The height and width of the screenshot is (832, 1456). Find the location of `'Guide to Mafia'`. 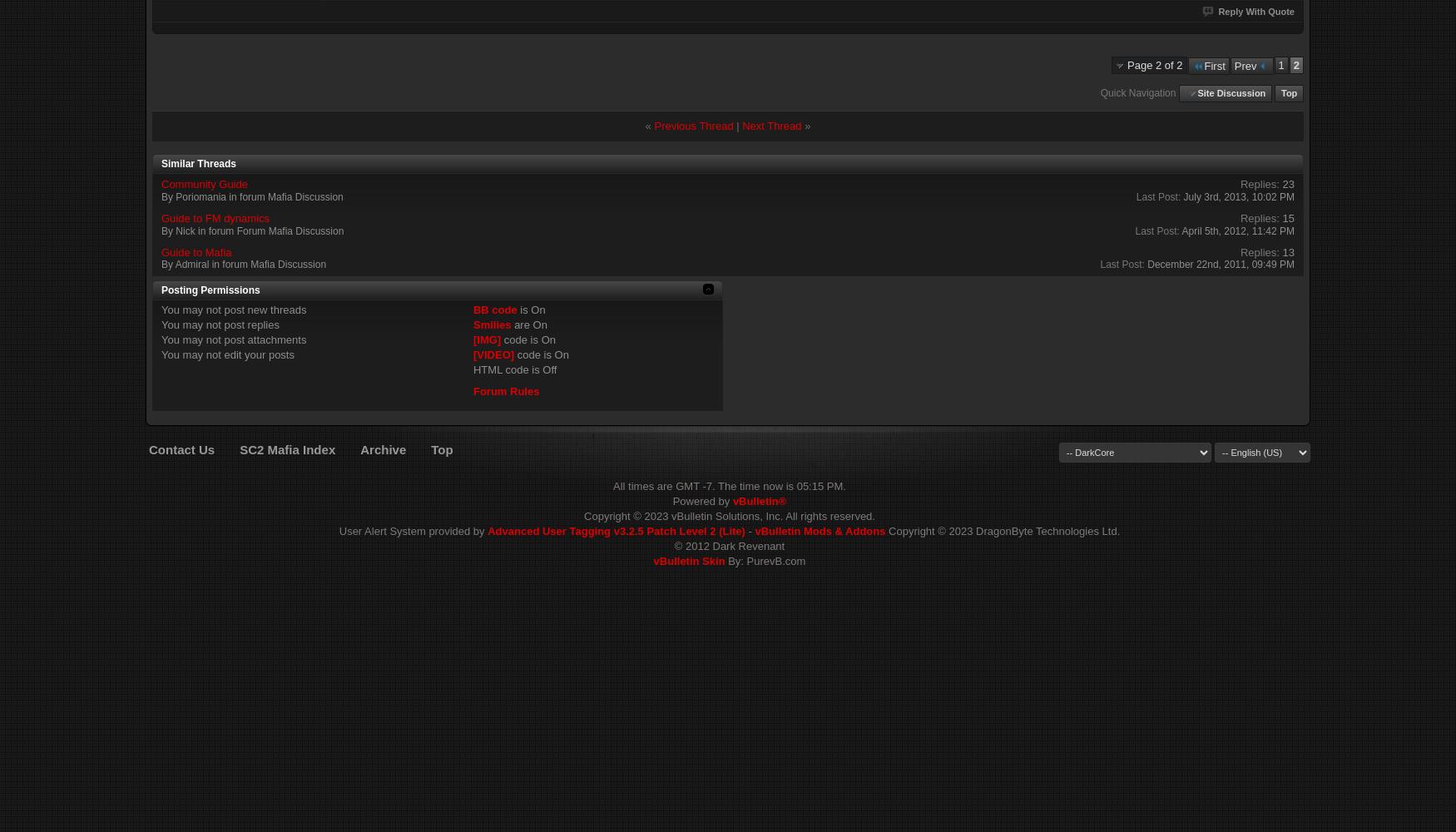

'Guide to Mafia' is located at coordinates (196, 251).